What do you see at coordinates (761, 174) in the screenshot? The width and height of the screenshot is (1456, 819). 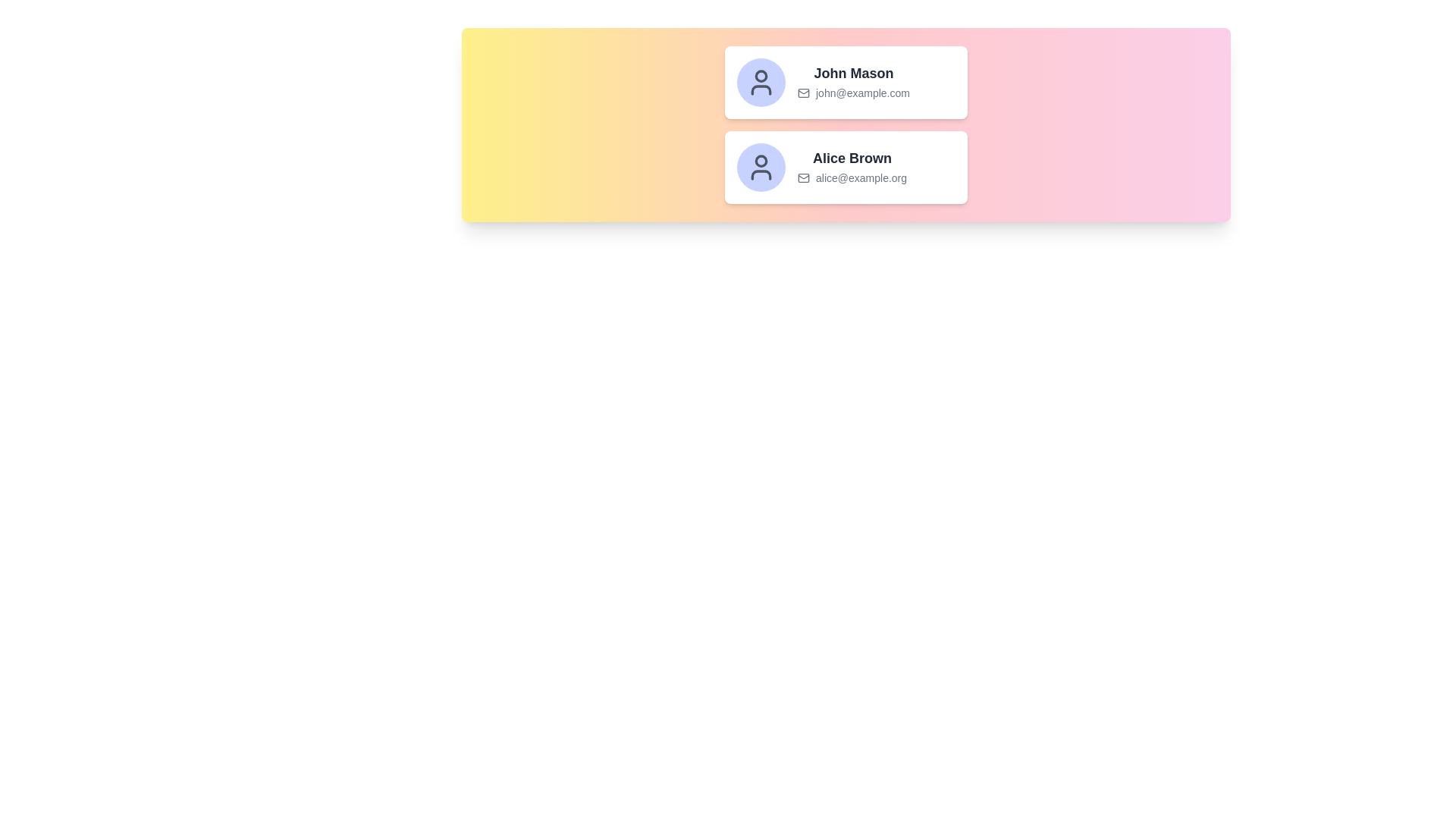 I see `the torso component of the SVG icon within Alice Brown's profile picture area, which is part of the second user's profile card` at bounding box center [761, 174].